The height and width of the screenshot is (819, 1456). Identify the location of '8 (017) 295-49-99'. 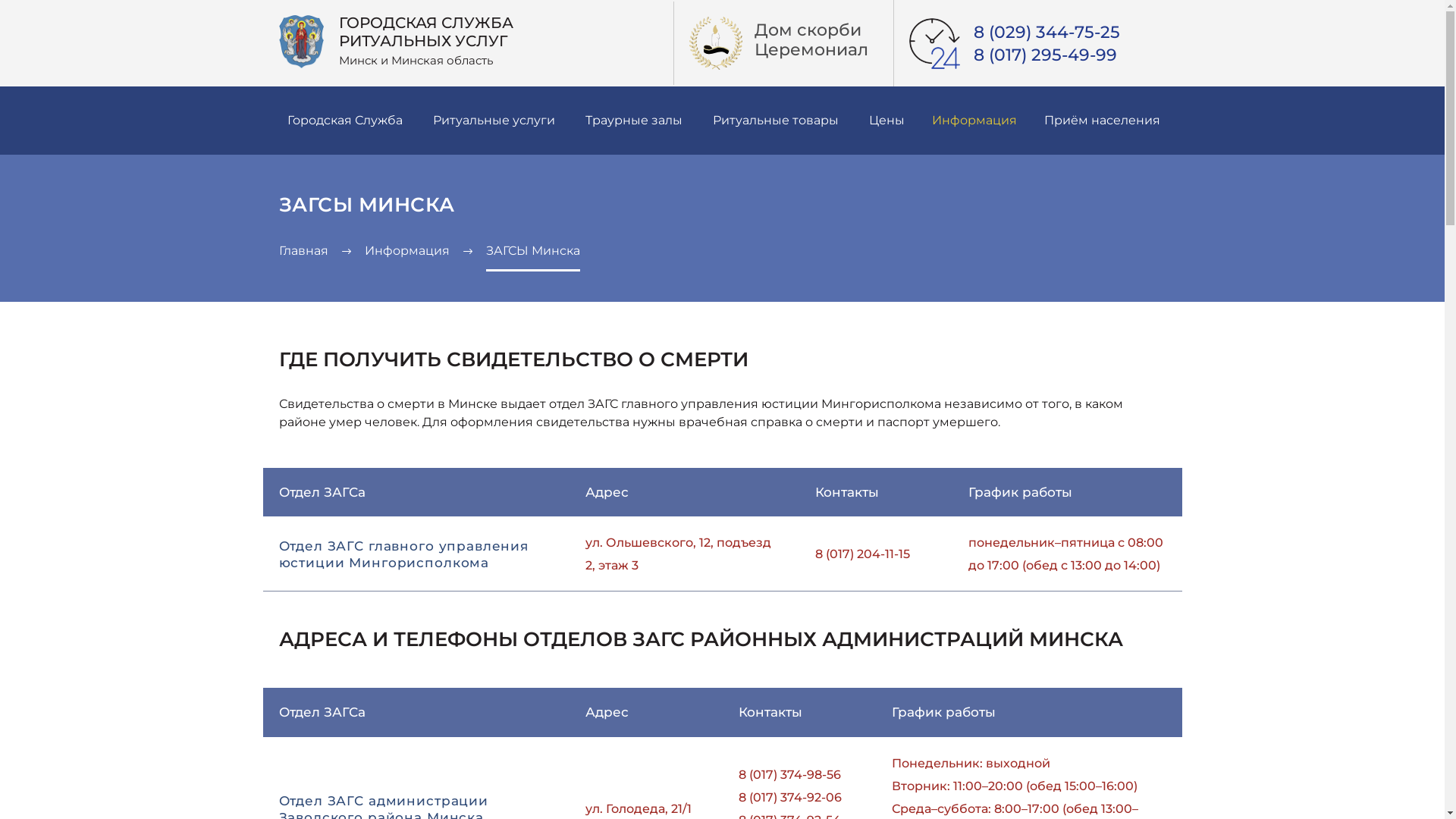
(1044, 55).